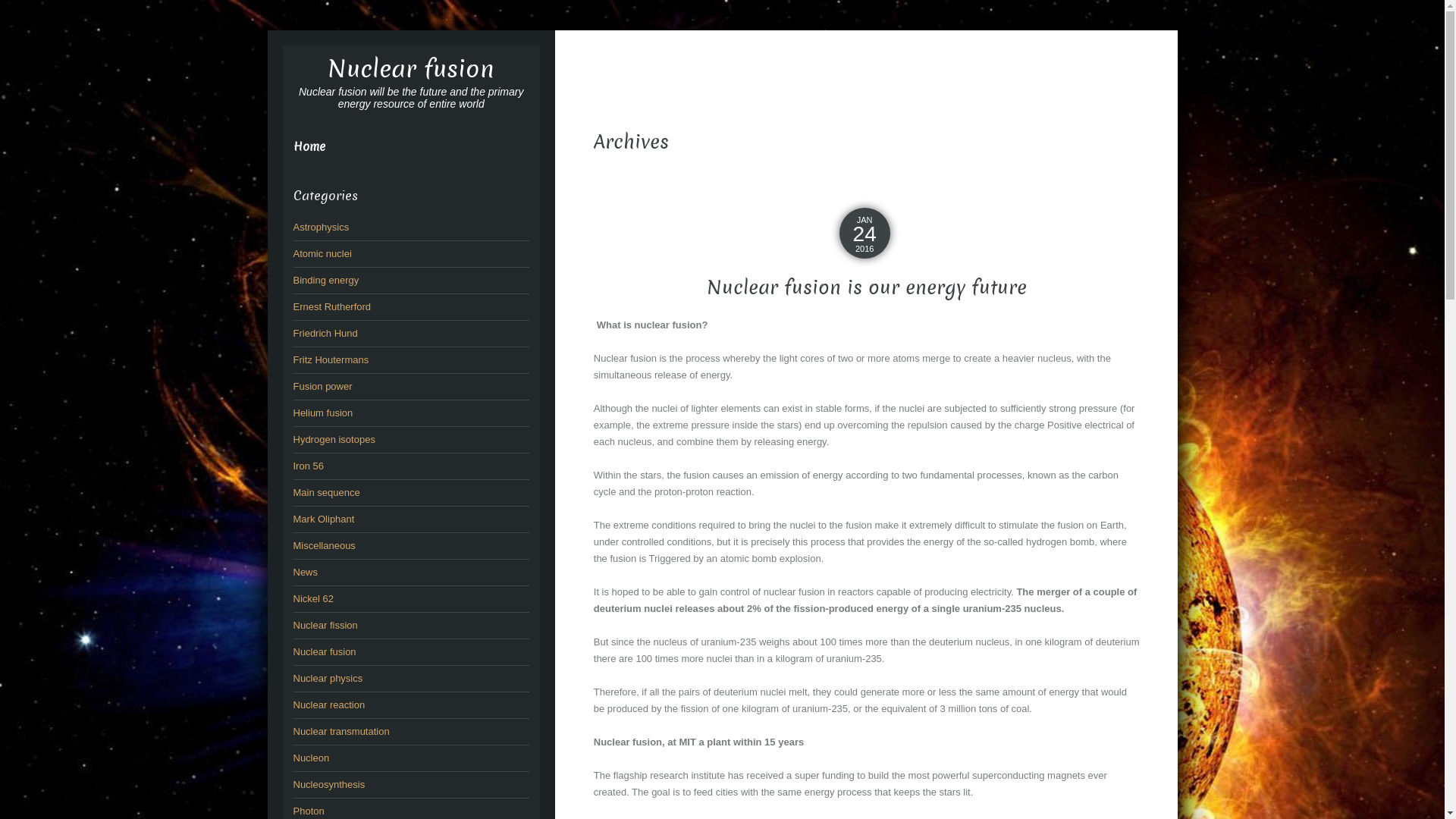  Describe the element at coordinates (292, 227) in the screenshot. I see `'Astrophysics'` at that location.